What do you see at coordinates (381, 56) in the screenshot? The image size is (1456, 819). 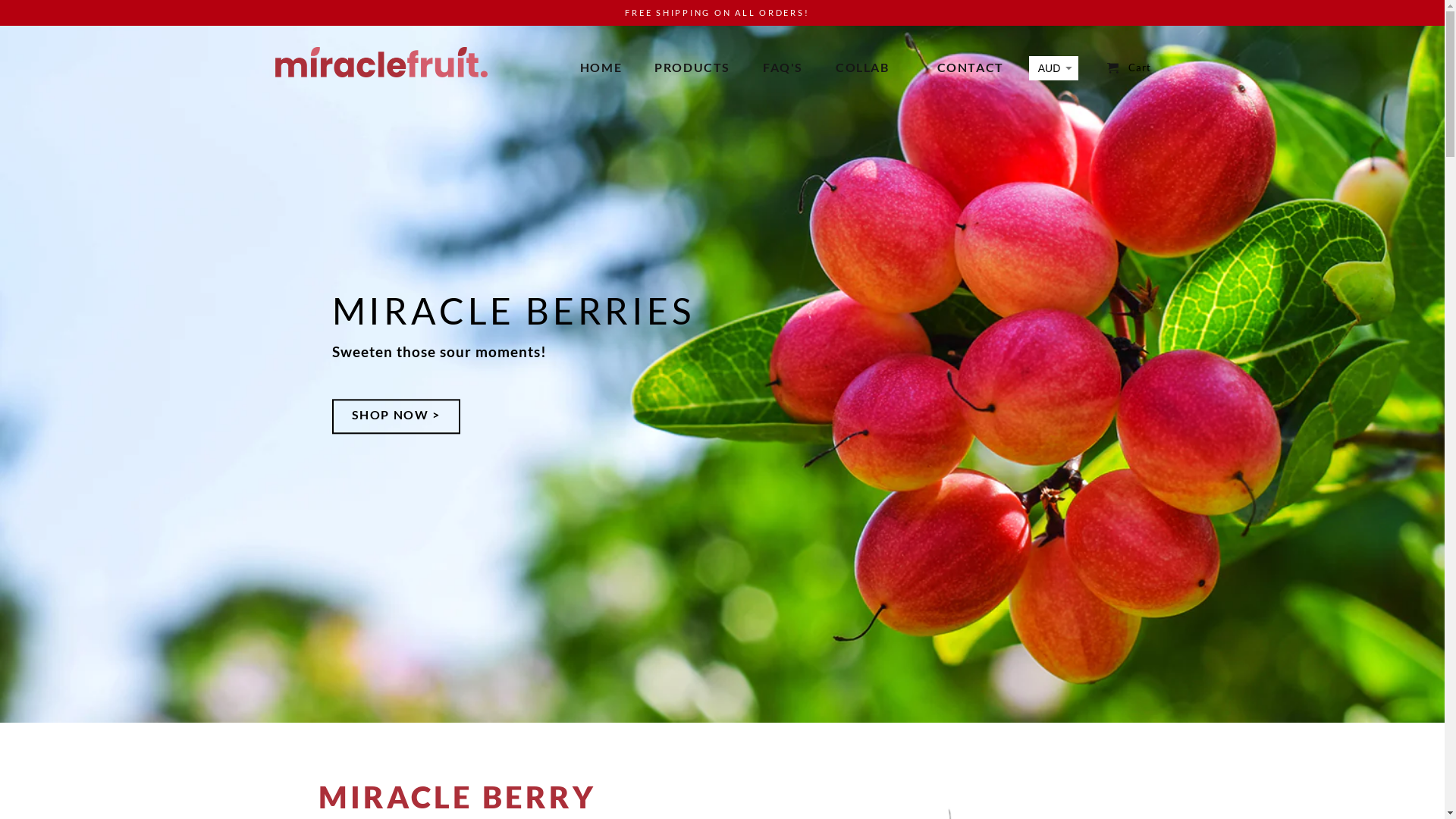 I see `'Miracle Fruit'` at bounding box center [381, 56].